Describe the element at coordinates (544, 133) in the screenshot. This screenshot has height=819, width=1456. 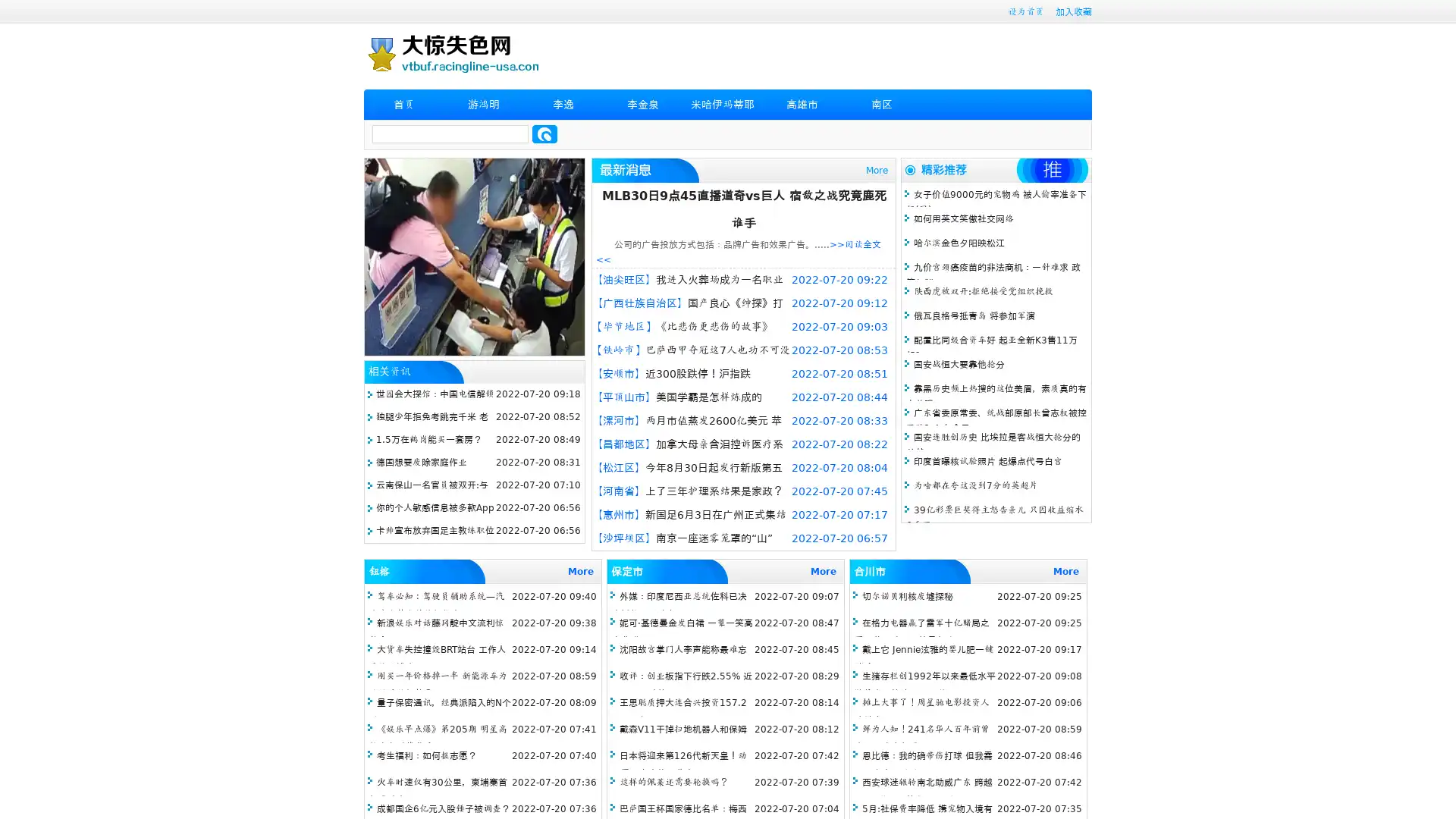
I see `Search` at that location.